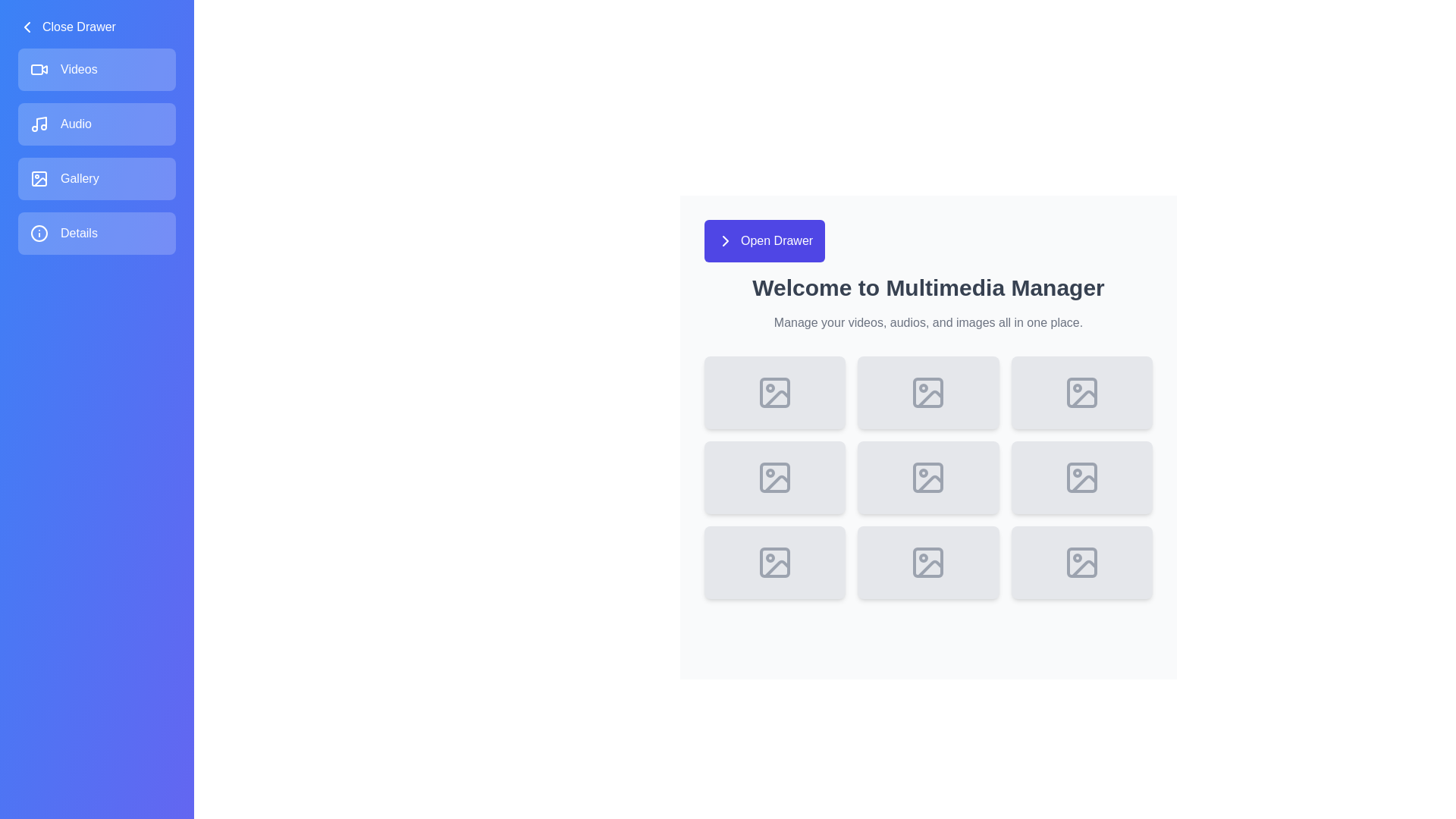 The width and height of the screenshot is (1456, 819). I want to click on 'Close Drawer' button to close the sidebar, so click(65, 27).